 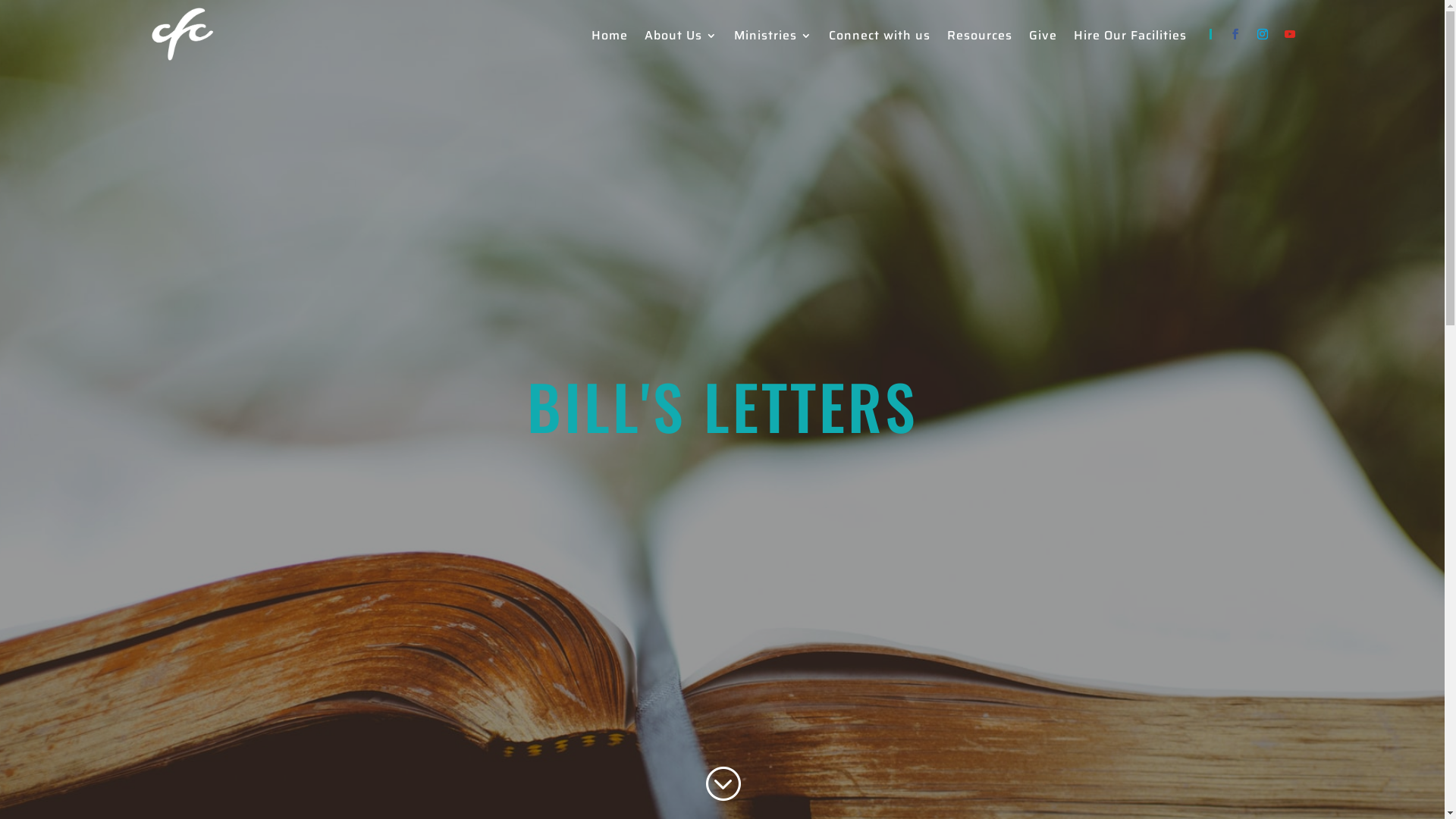 I want to click on 'Home', so click(x=610, y=37).